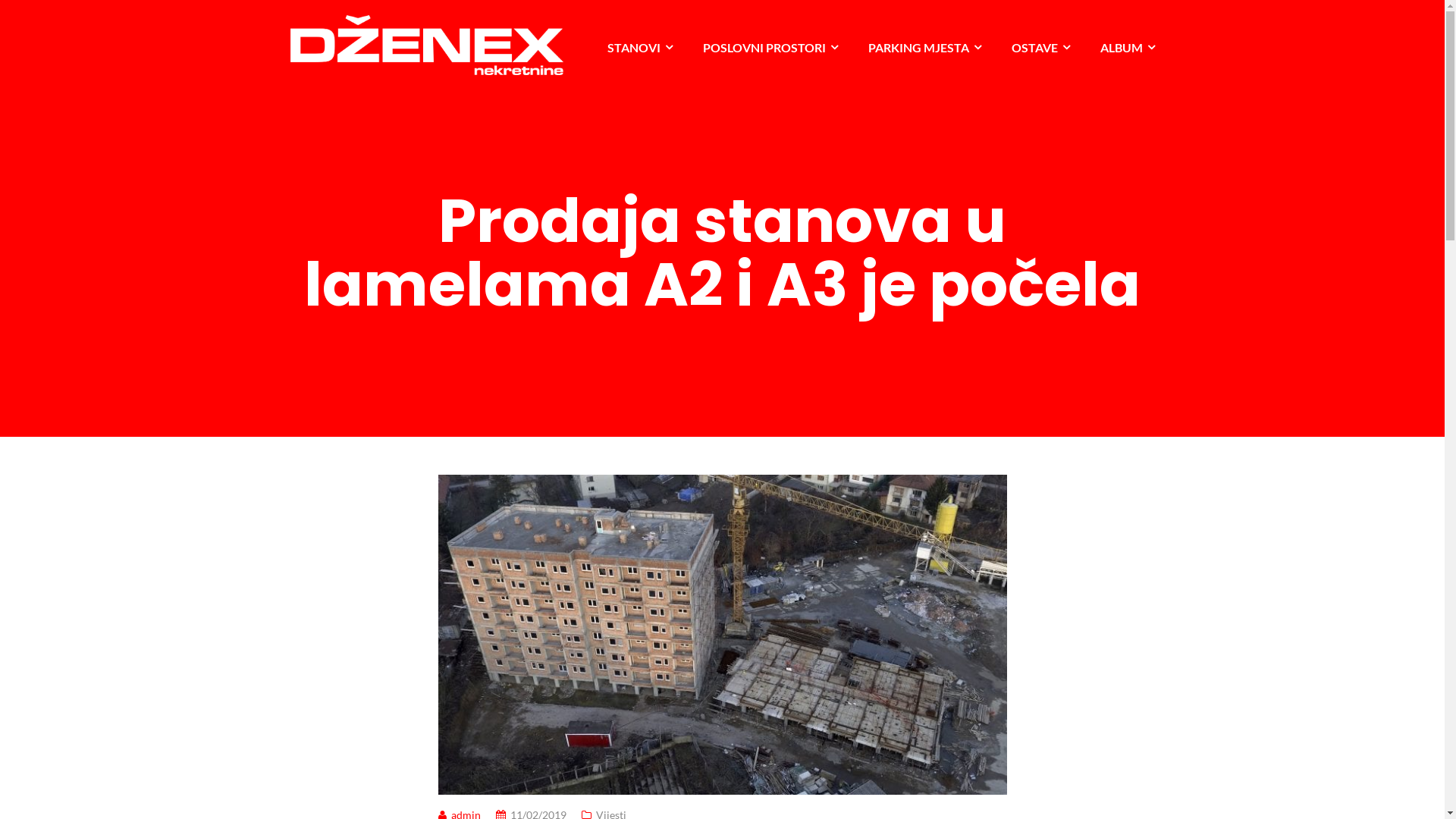 This screenshot has width=1456, height=819. Describe the element at coordinates (1040, 46) in the screenshot. I see `'OSTAVE'` at that location.